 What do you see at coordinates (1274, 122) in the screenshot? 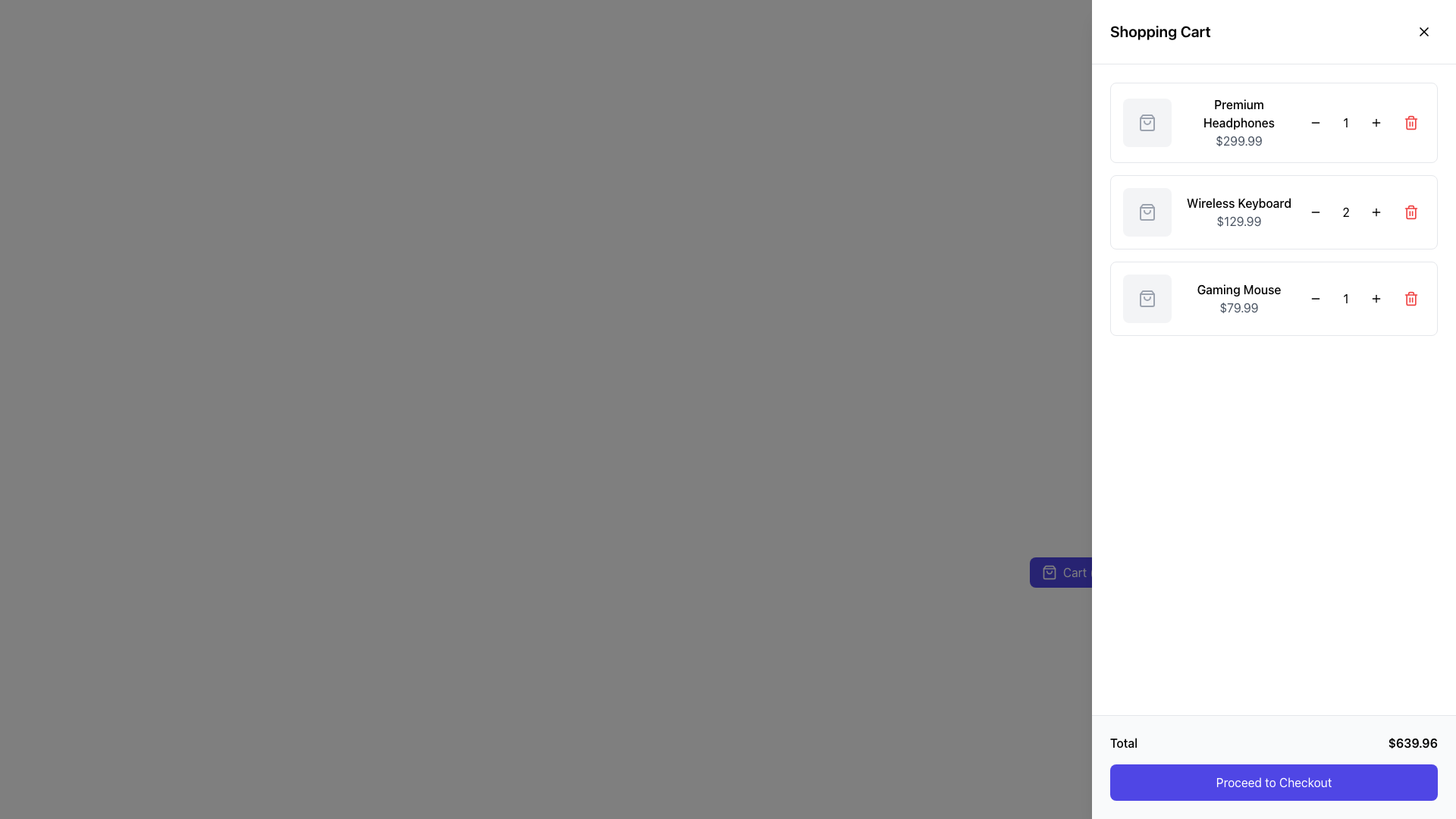
I see `the first item card in the shopping cart, which provides an overview of a single product including its name and price` at bounding box center [1274, 122].